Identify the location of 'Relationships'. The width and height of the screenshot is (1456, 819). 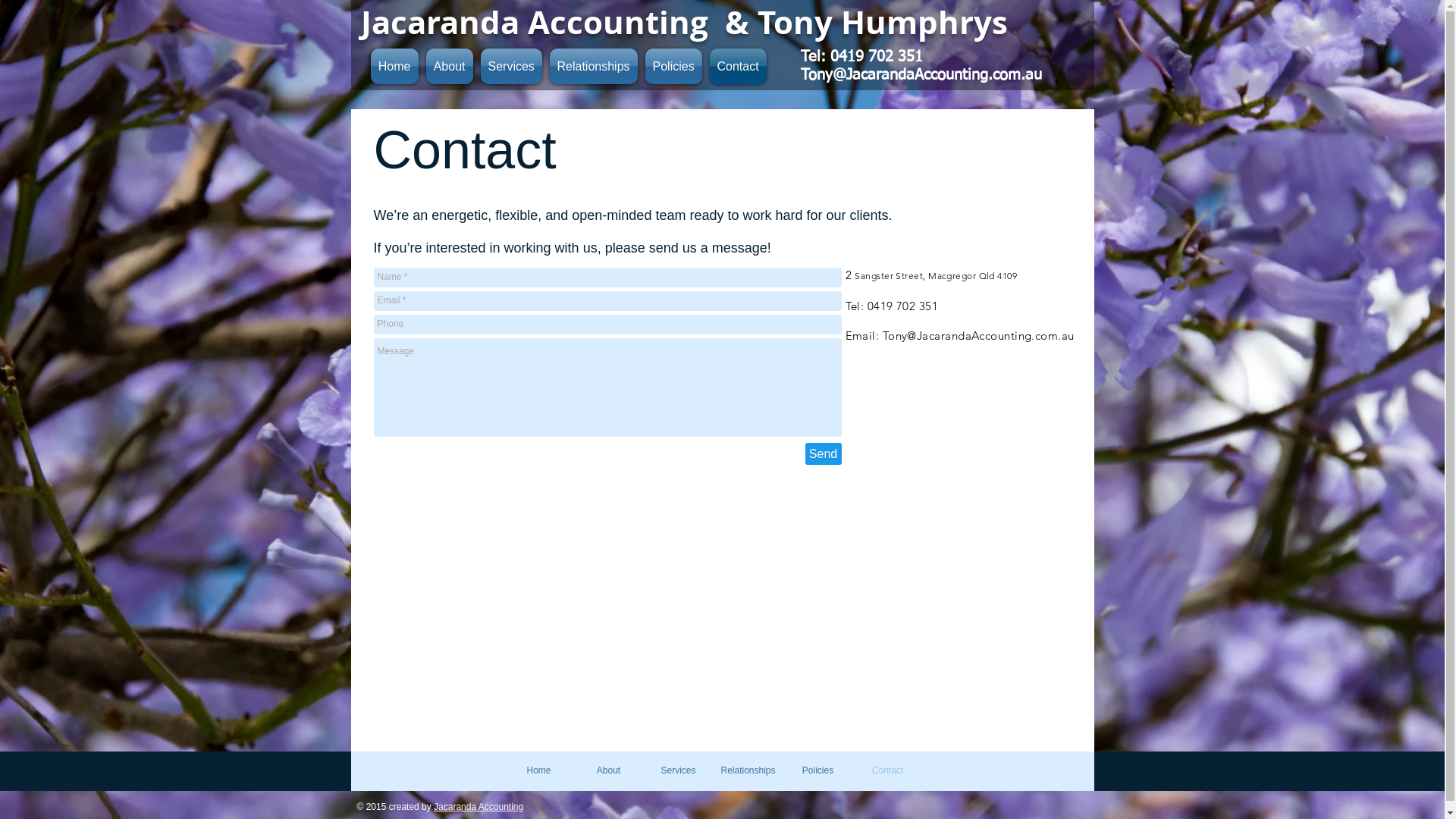
(712, 770).